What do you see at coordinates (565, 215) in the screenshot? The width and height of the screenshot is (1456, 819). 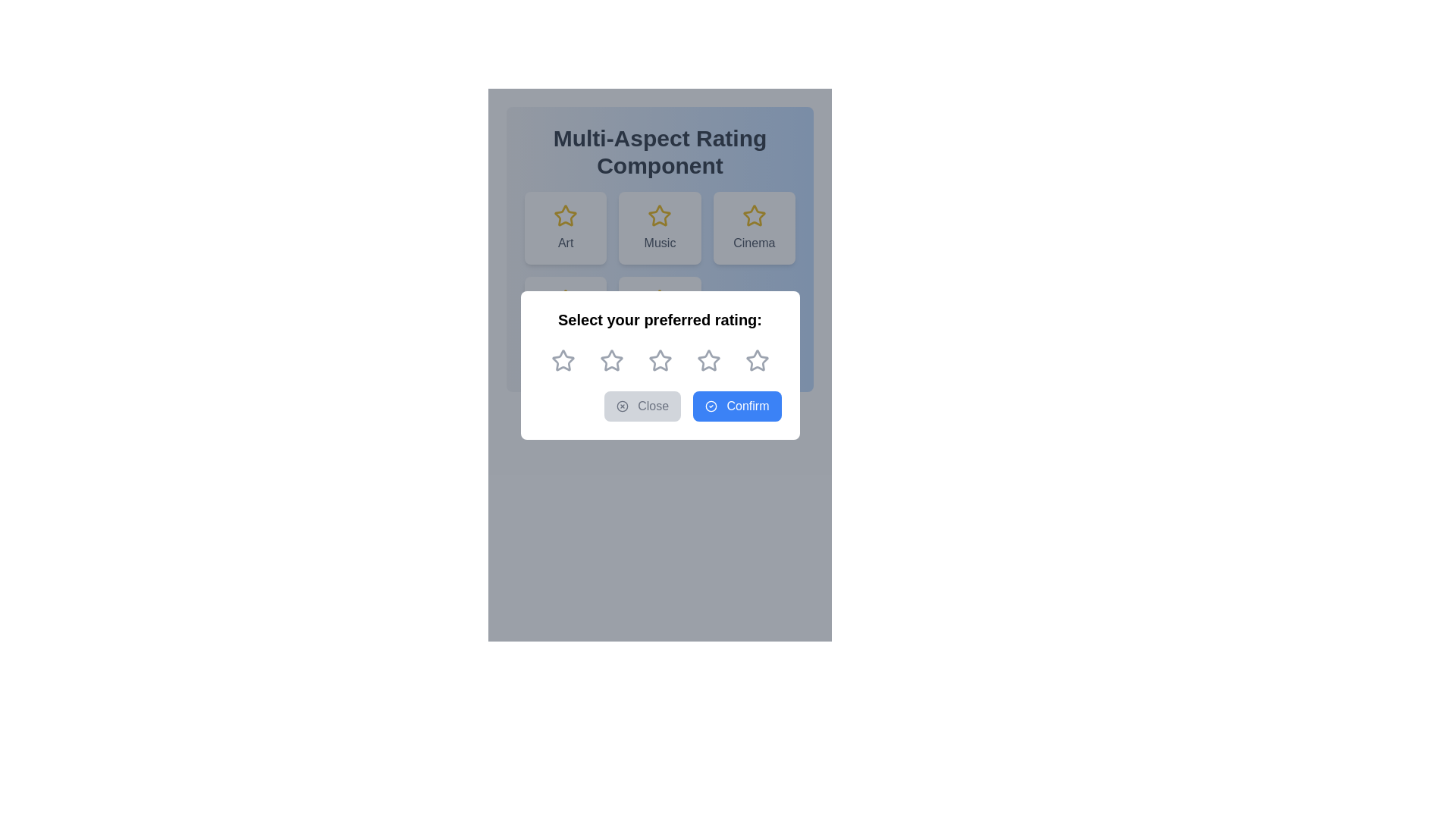 I see `the golden-yellow star icon with a hollow center located in the top-left corner of the 'Art' category` at bounding box center [565, 215].